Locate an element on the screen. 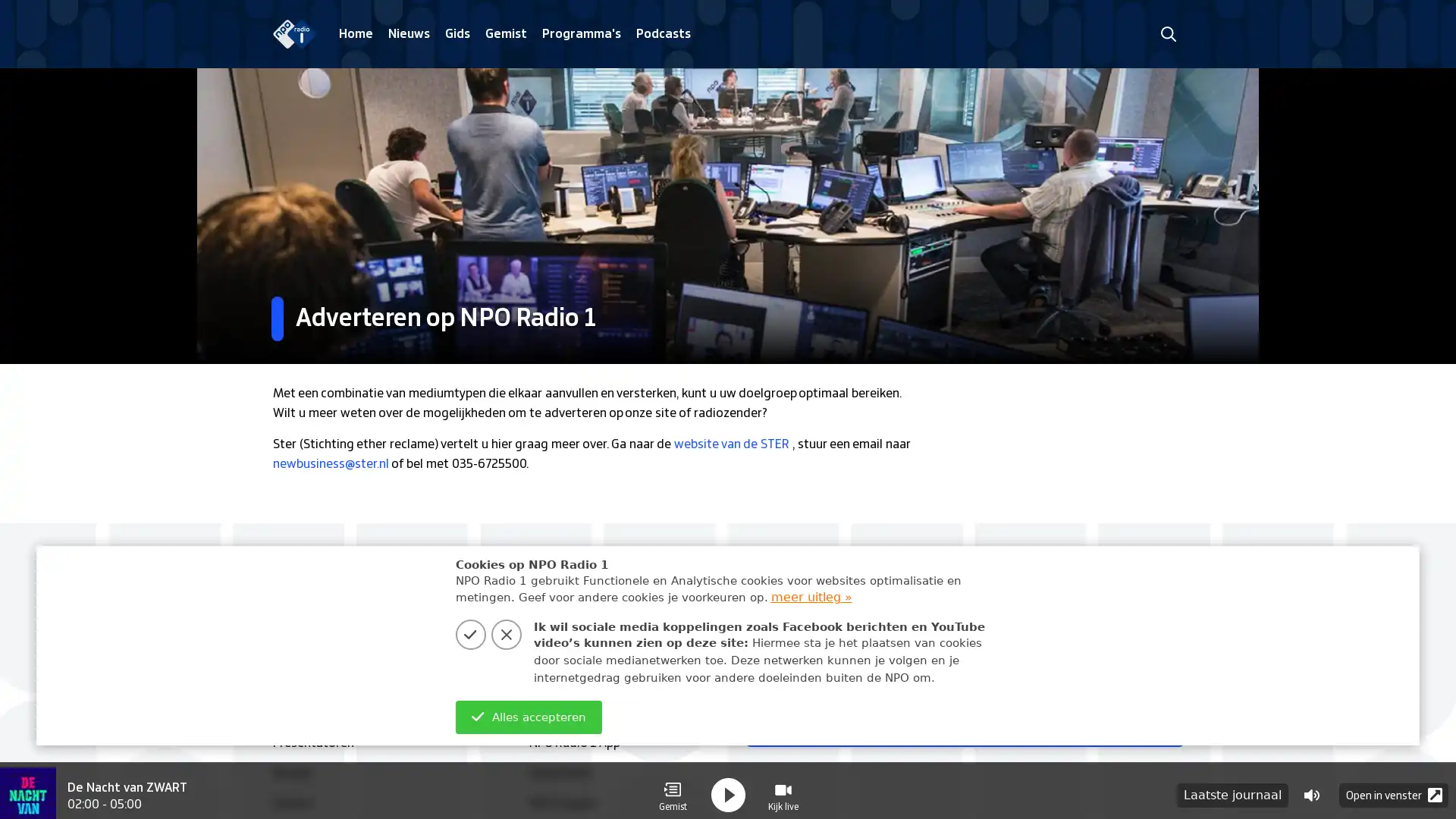 The height and width of the screenshot is (819, 1456). Gemist Gemist is located at coordinates (672, 786).